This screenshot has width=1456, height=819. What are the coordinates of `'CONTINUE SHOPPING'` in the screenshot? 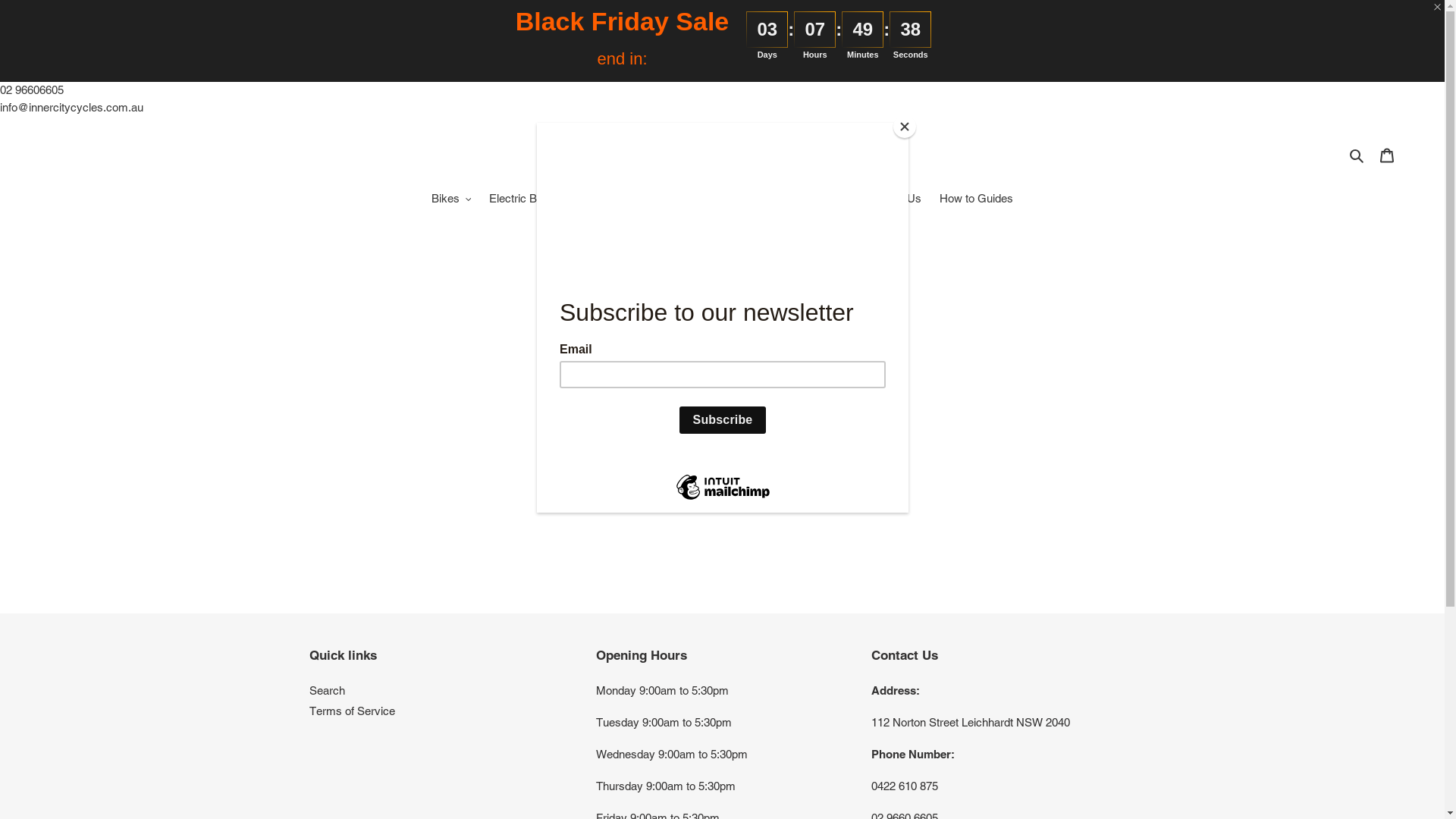 It's located at (637, 461).